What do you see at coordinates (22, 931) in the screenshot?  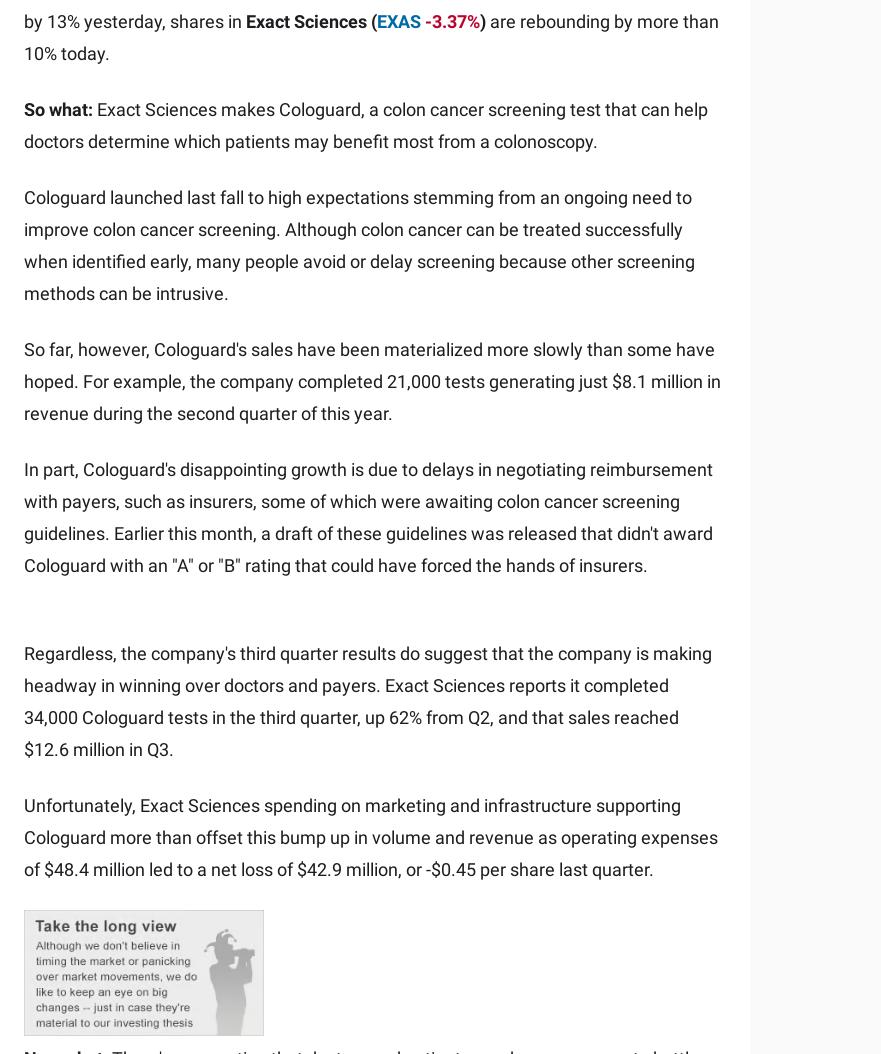 I see `'Terms and Conditions'` at bounding box center [22, 931].